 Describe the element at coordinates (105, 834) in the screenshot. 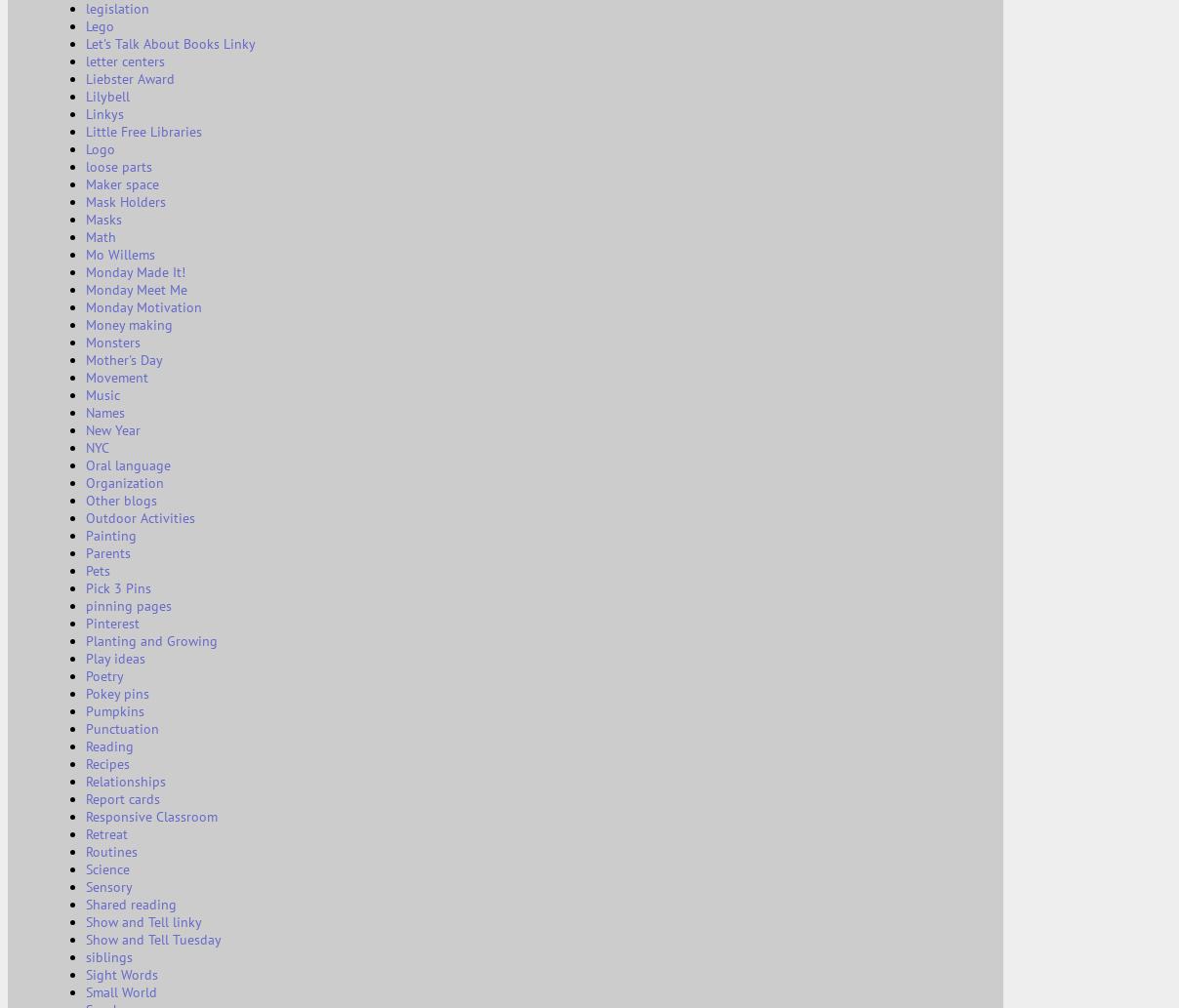

I see `'Retreat'` at that location.